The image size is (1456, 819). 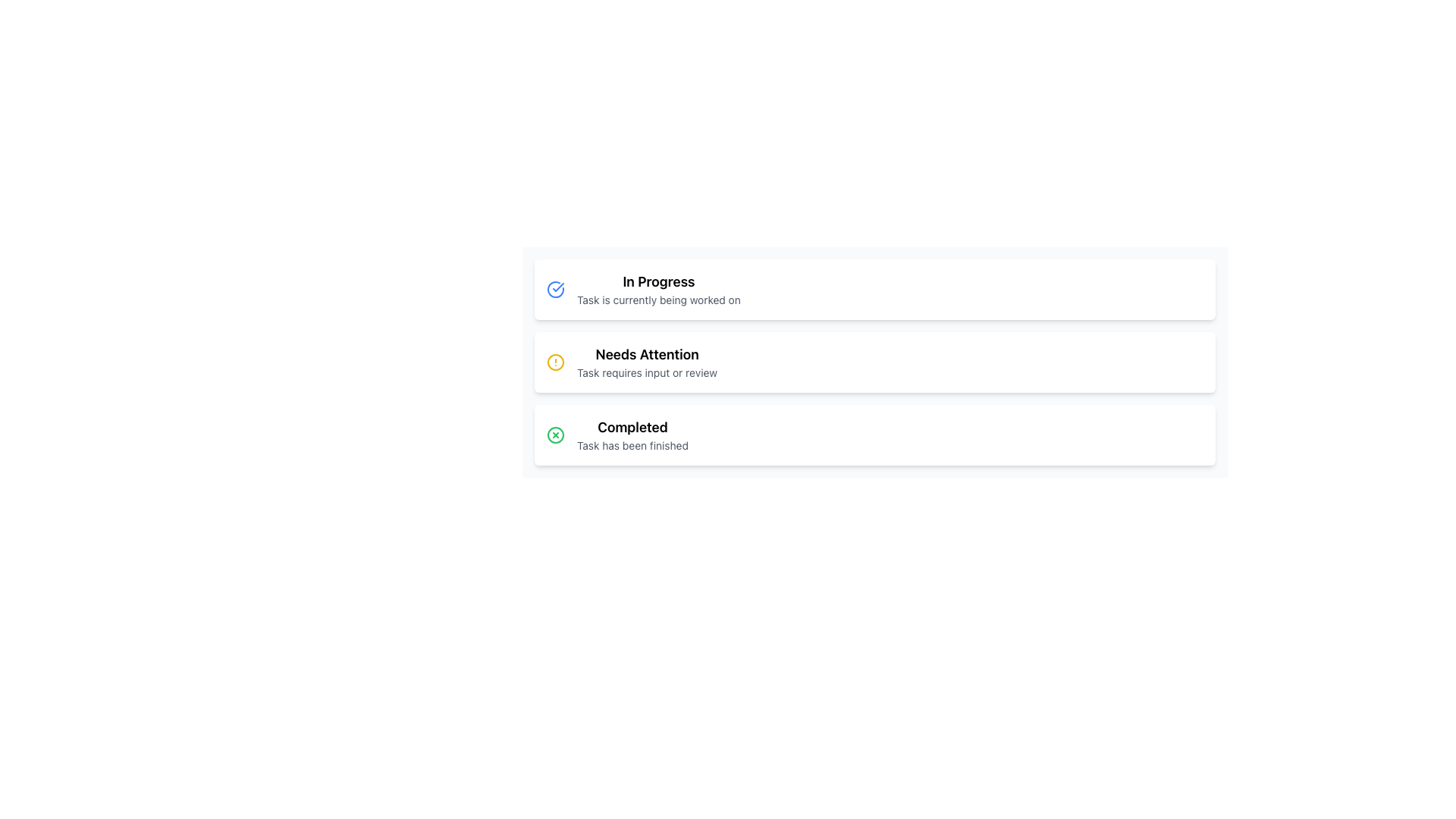 What do you see at coordinates (555, 362) in the screenshot?
I see `the circular yellow outlined alert icon located to the left of the text labels 'Needs Attention' and 'Task requires input or review'` at bounding box center [555, 362].